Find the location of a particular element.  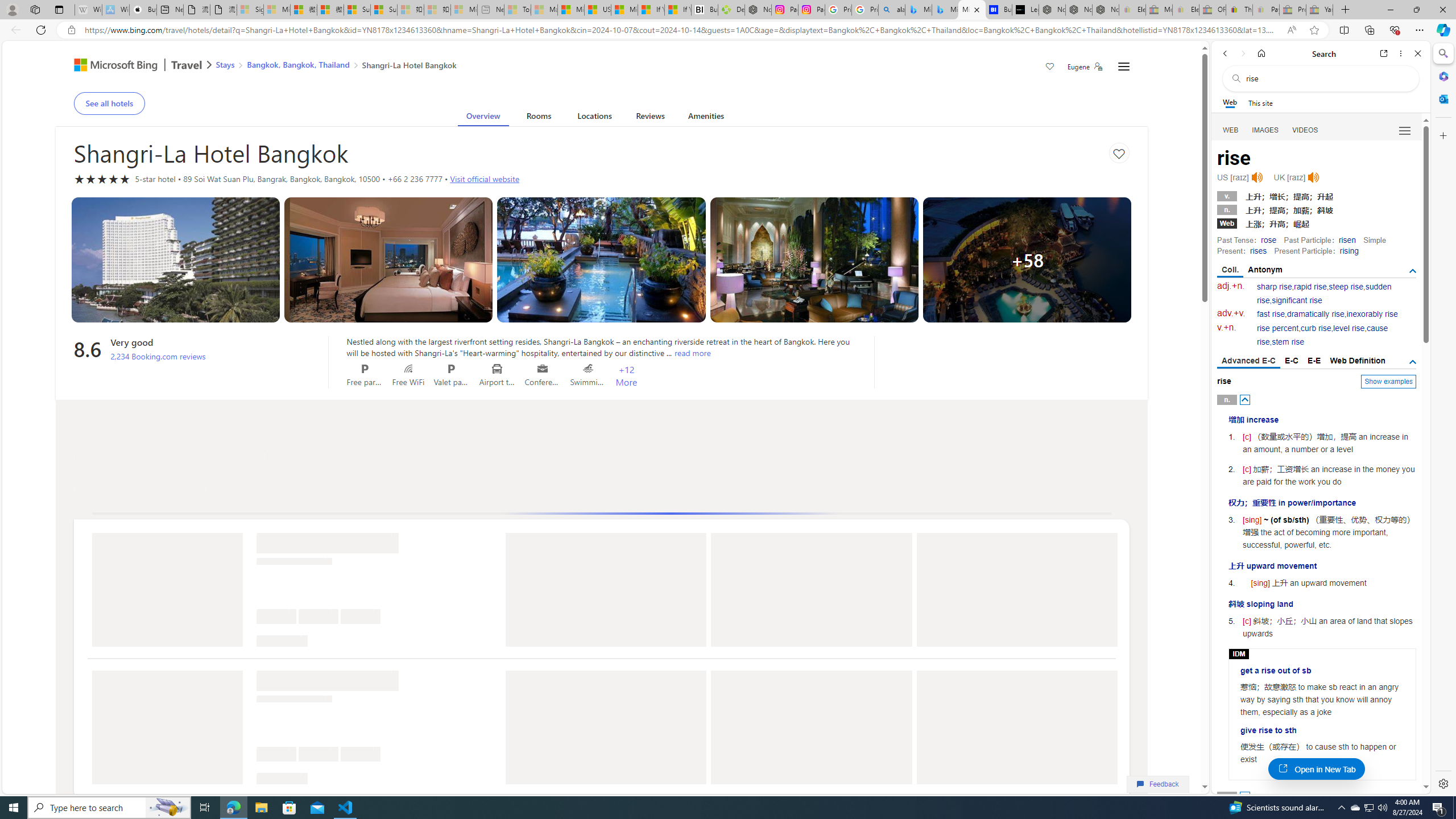

'AutomationID: posbtn_1' is located at coordinates (1245, 797).